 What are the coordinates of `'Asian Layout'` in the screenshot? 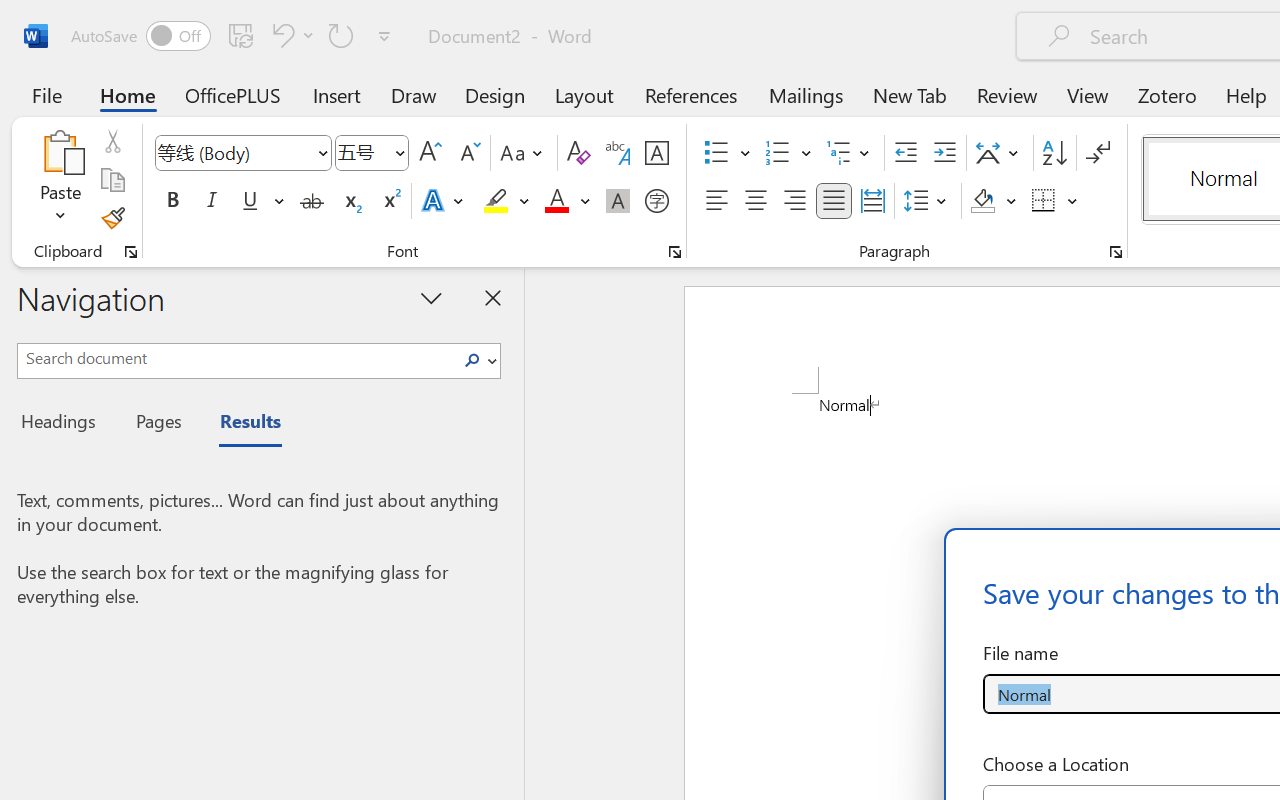 It's located at (1000, 153).